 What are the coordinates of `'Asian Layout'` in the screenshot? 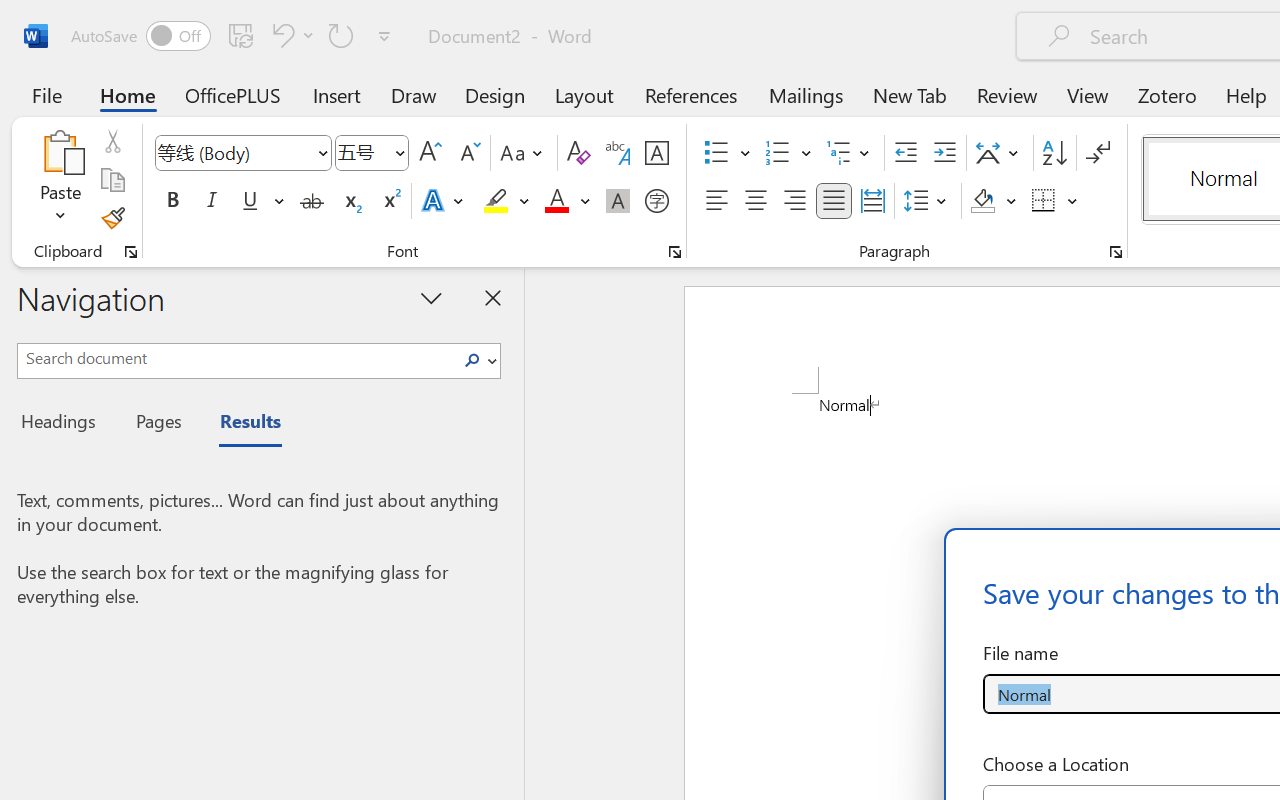 It's located at (1000, 153).